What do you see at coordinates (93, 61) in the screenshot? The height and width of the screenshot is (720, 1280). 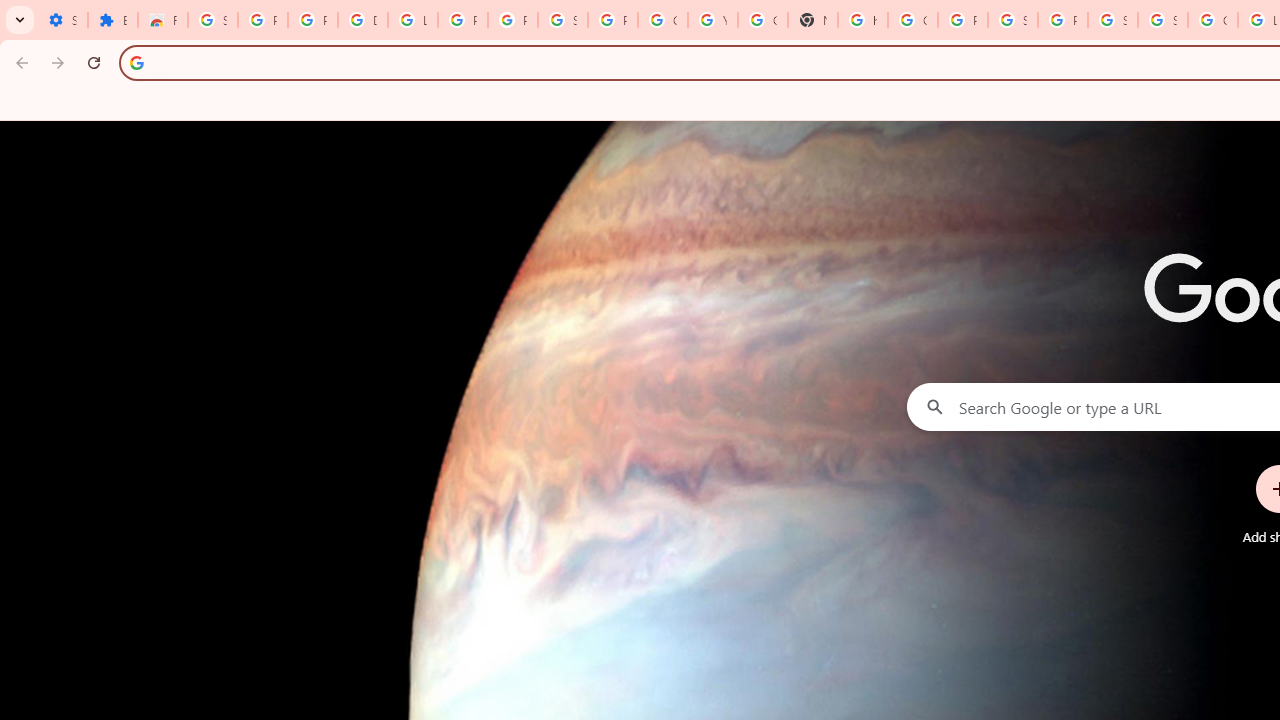 I see `'Reload'` at bounding box center [93, 61].